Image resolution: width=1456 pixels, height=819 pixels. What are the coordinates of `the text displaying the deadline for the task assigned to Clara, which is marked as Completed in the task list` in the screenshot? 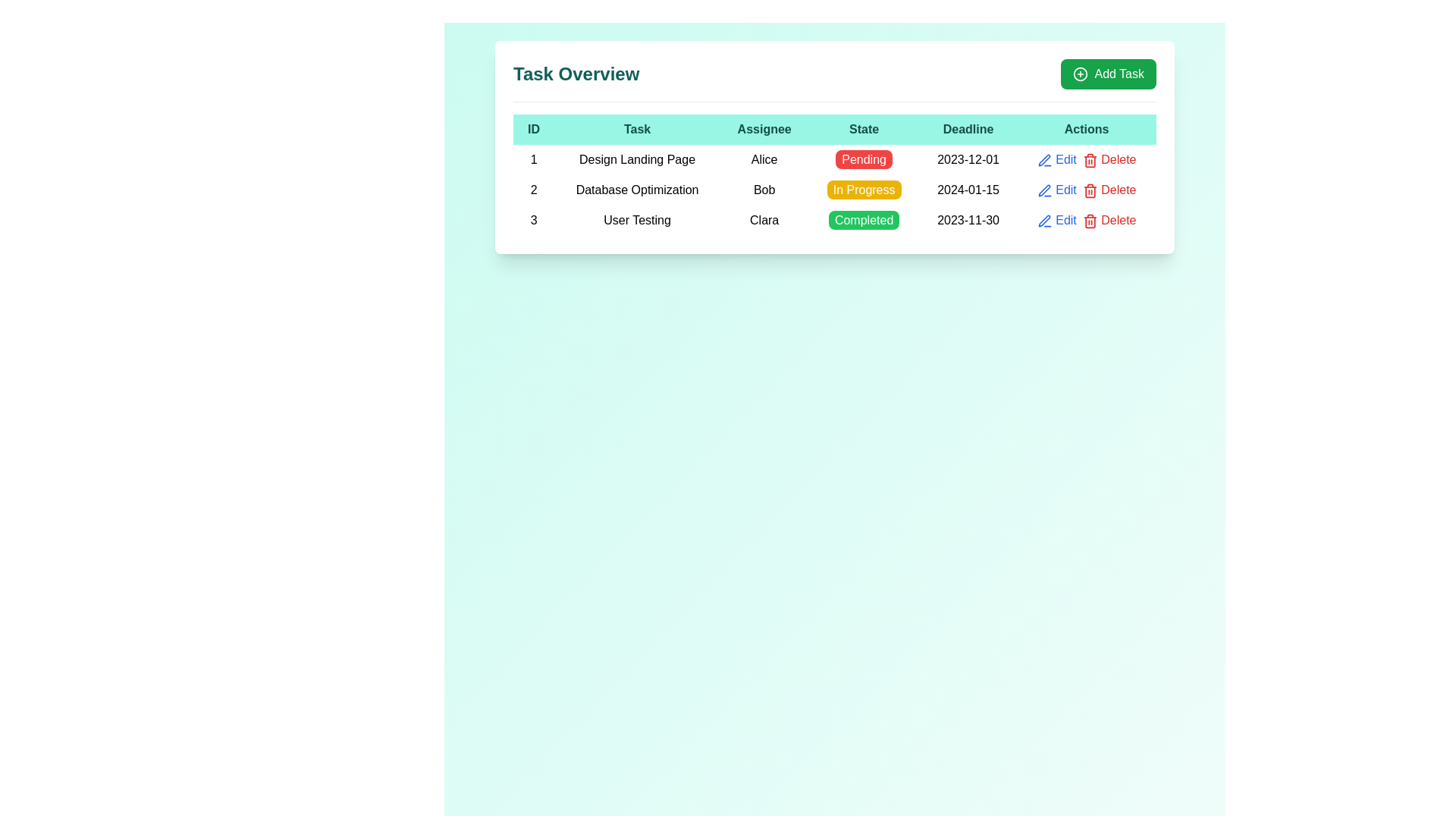 It's located at (967, 220).